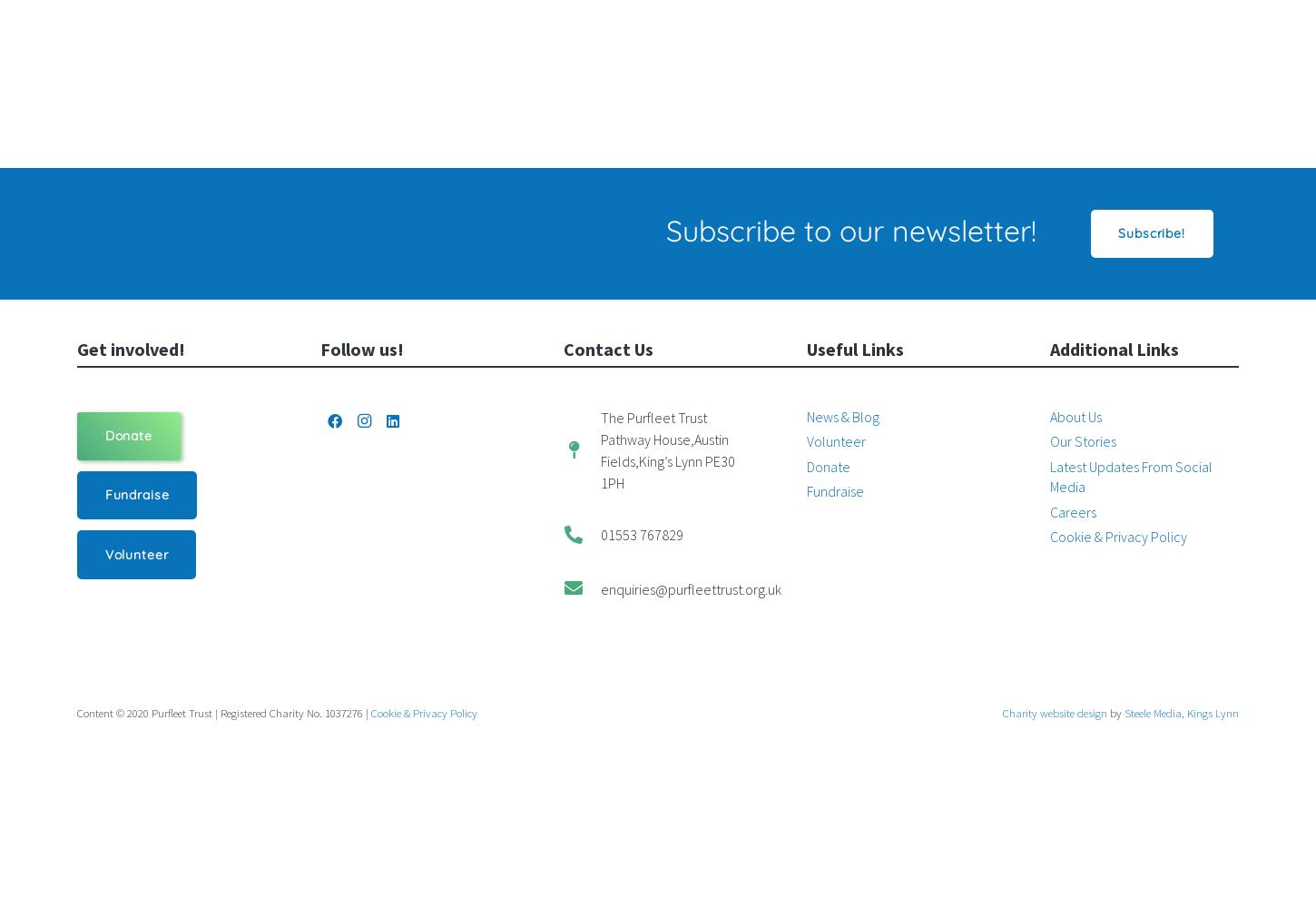 This screenshot has width=1316, height=908. Describe the element at coordinates (849, 230) in the screenshot. I see `'Subscribe to our newsletter!'` at that location.